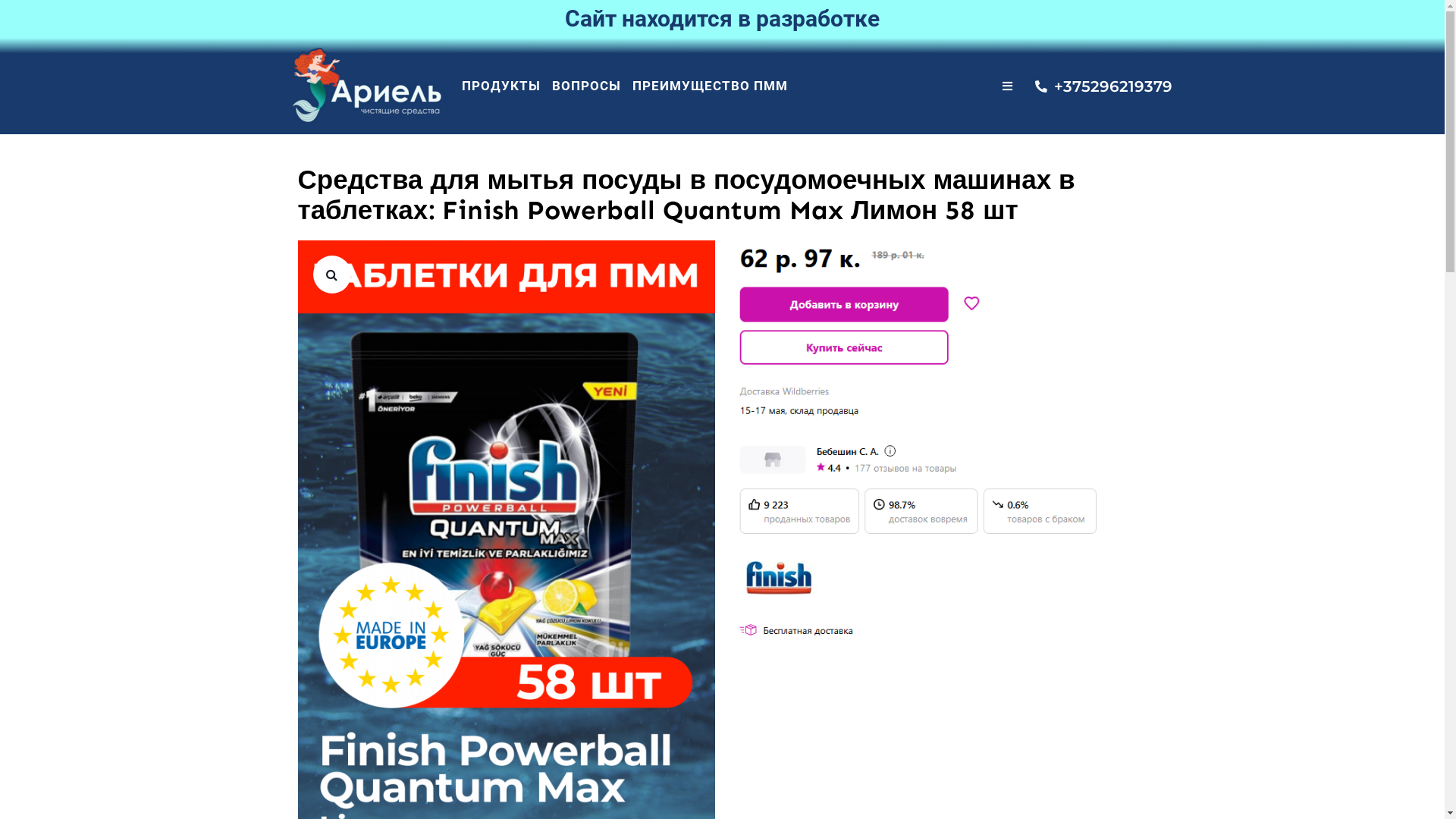 Image resolution: width=1456 pixels, height=819 pixels. What do you see at coordinates (1093, 86) in the screenshot?
I see `'+375296219379'` at bounding box center [1093, 86].